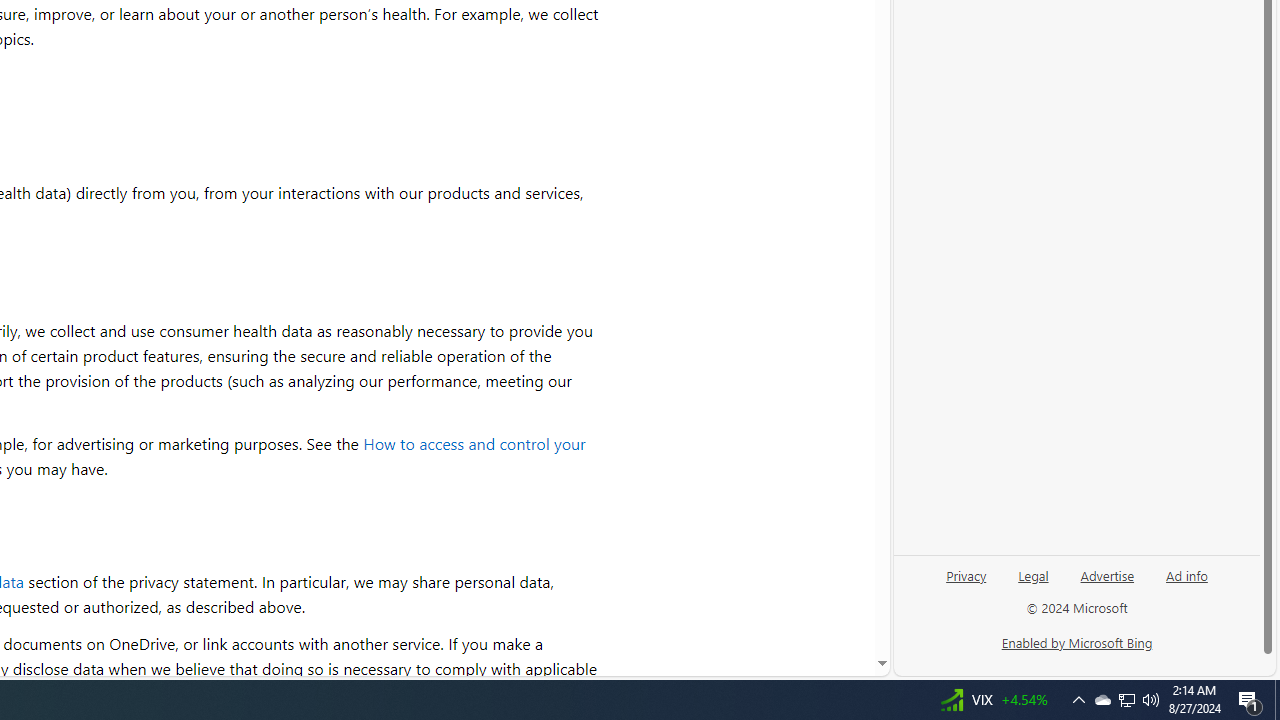 The height and width of the screenshot is (720, 1280). Describe the element at coordinates (1186, 583) in the screenshot. I see `'Ad info'` at that location.